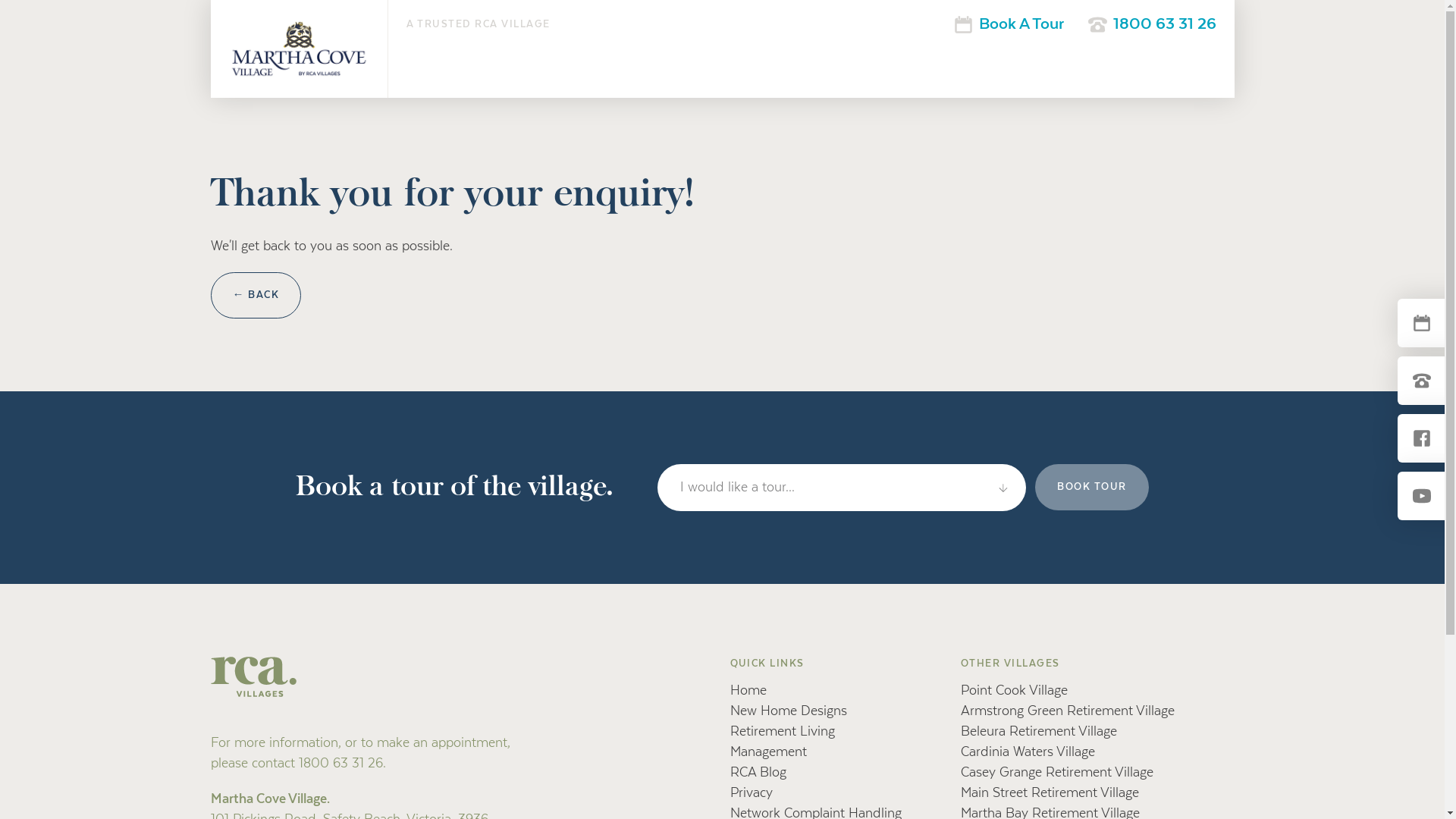 This screenshot has width=1456, height=819. Describe the element at coordinates (1056, 772) in the screenshot. I see `'Casey Grange Retirement Village'` at that location.